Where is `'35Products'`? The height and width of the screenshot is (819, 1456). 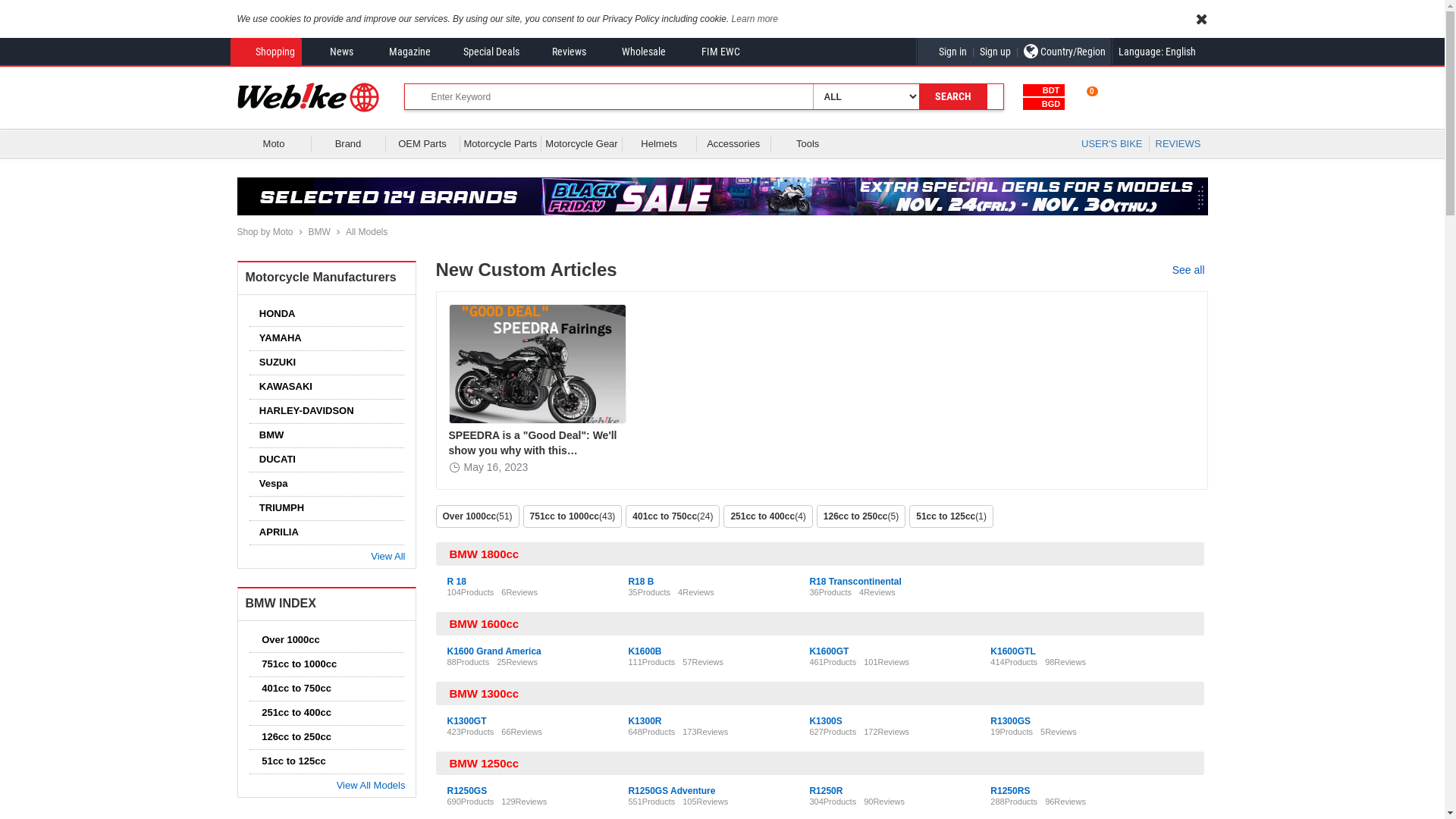 '35Products' is located at coordinates (648, 591).